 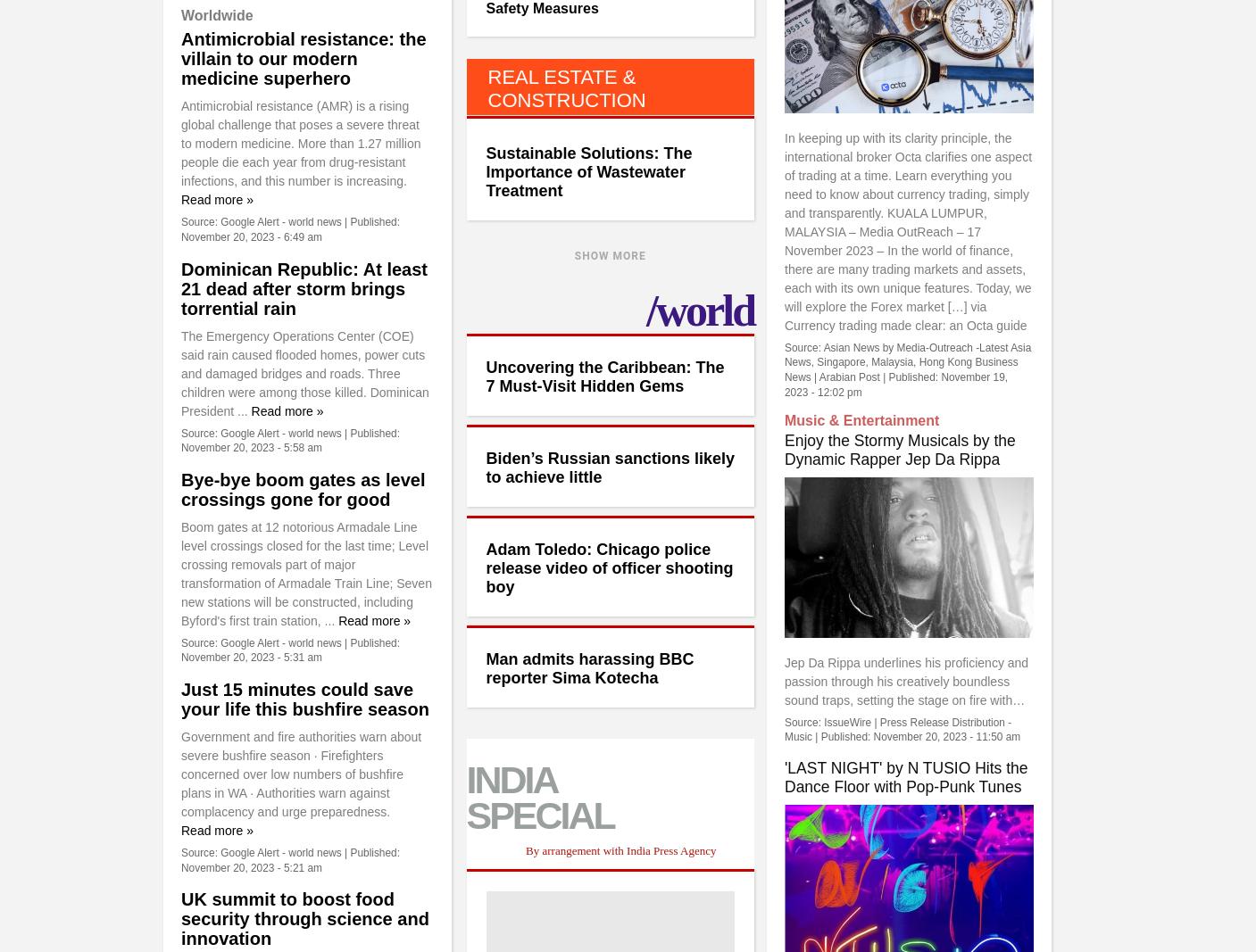 What do you see at coordinates (783, 728) in the screenshot?
I see `'IssueWire | Press Release Distribution - Music'` at bounding box center [783, 728].